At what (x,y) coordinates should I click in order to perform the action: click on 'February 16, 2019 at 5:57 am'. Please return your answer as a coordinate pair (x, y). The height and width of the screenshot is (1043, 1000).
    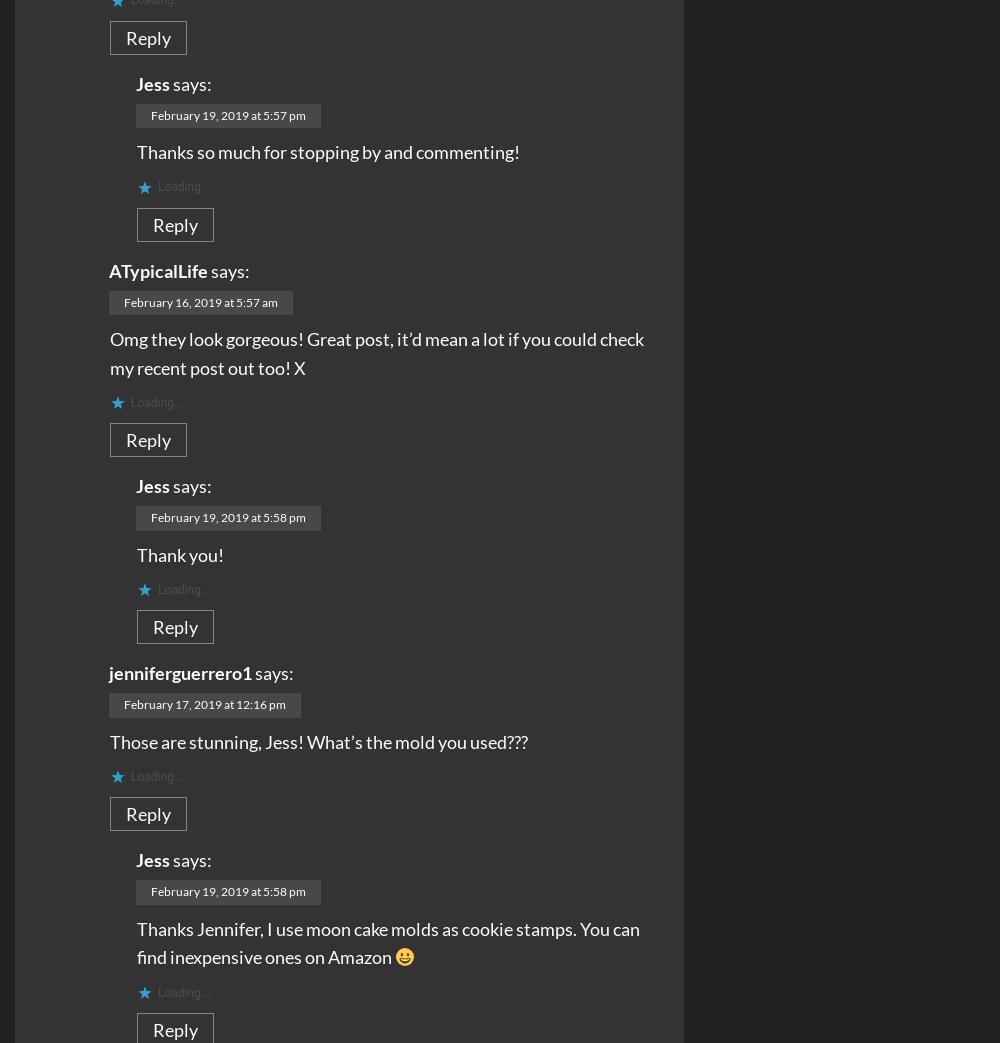
    Looking at the image, I should click on (200, 300).